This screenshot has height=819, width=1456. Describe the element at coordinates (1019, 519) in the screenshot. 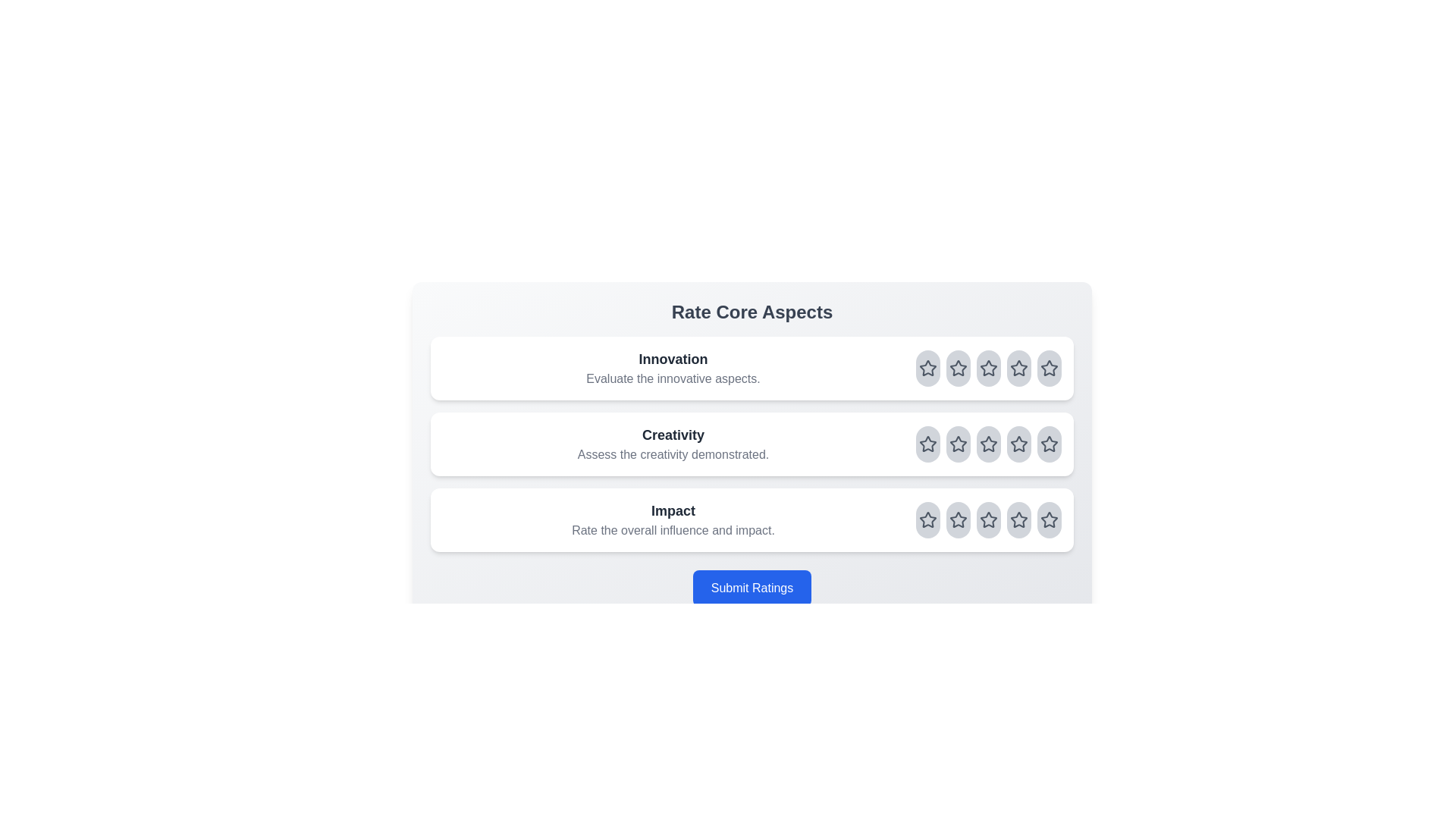

I see `the rating for the aspect Impact to 4 stars by clicking on the corresponding star` at that location.